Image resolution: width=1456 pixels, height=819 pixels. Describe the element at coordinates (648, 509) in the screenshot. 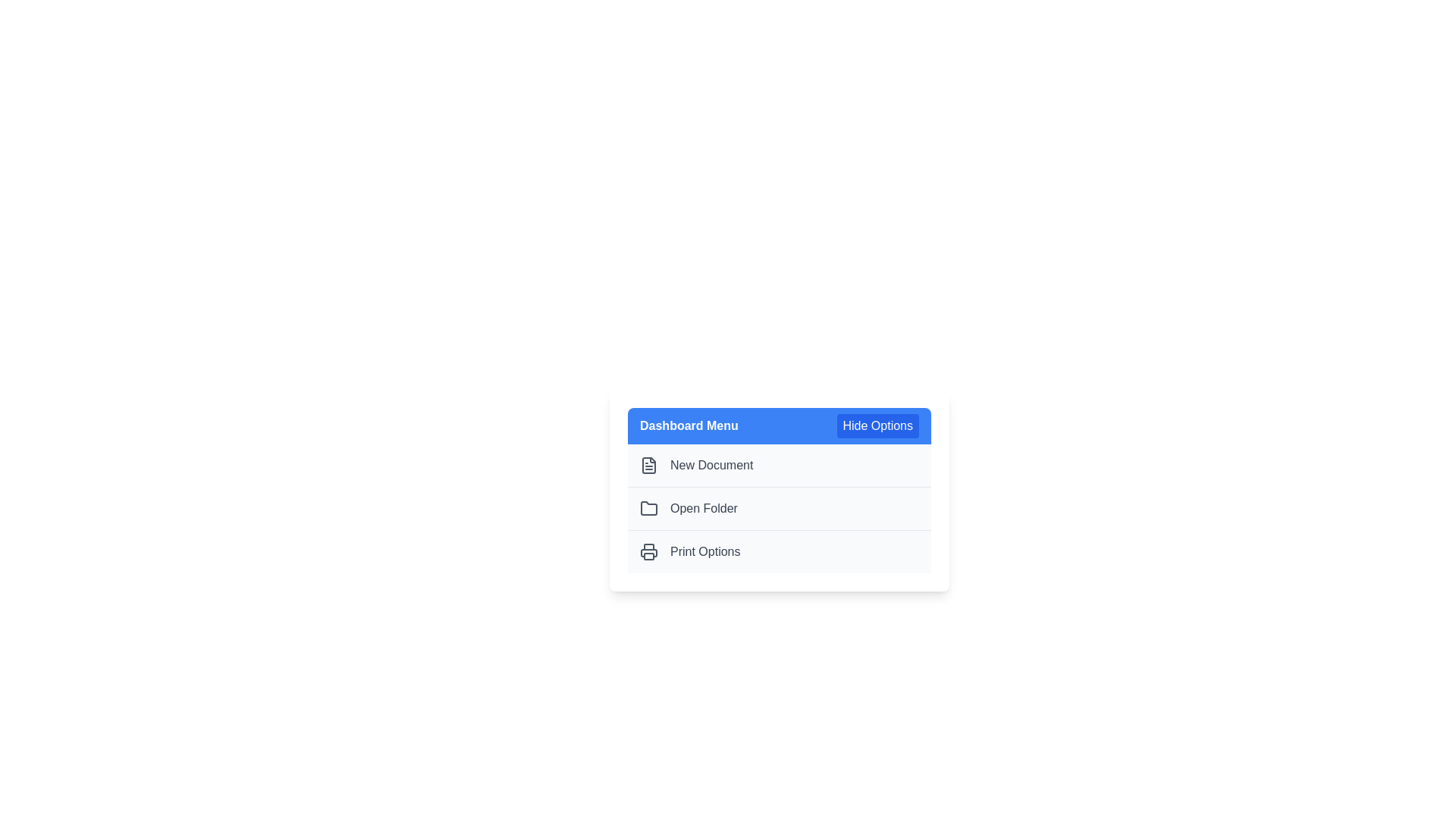

I see `the folder icon located in the 'Open Folder' row, which is positioned to the left of the text label 'Open Folder'` at that location.